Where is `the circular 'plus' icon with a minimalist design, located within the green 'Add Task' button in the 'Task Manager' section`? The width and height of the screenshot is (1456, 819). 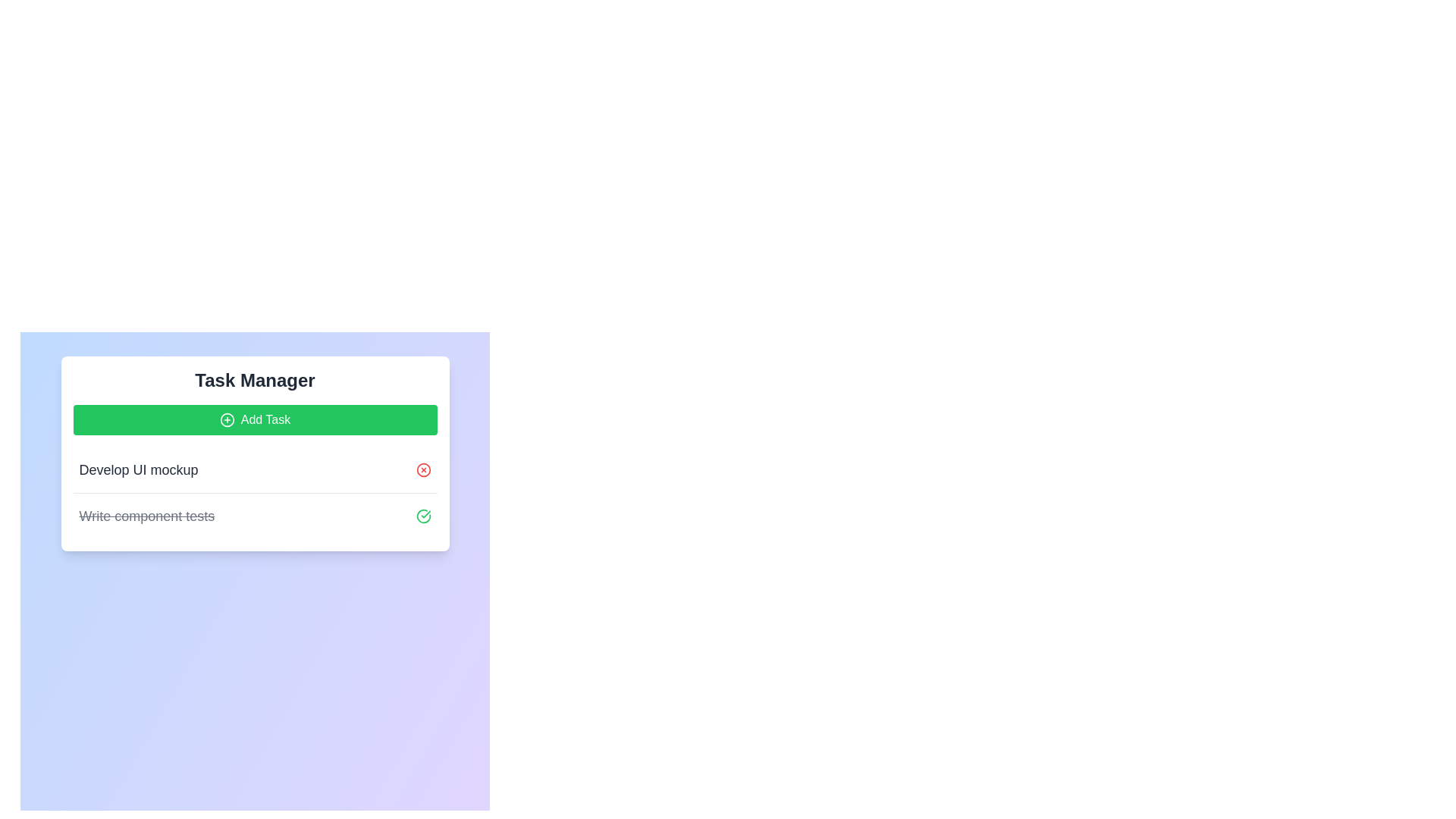 the circular 'plus' icon with a minimalist design, located within the green 'Add Task' button in the 'Task Manager' section is located at coordinates (226, 420).